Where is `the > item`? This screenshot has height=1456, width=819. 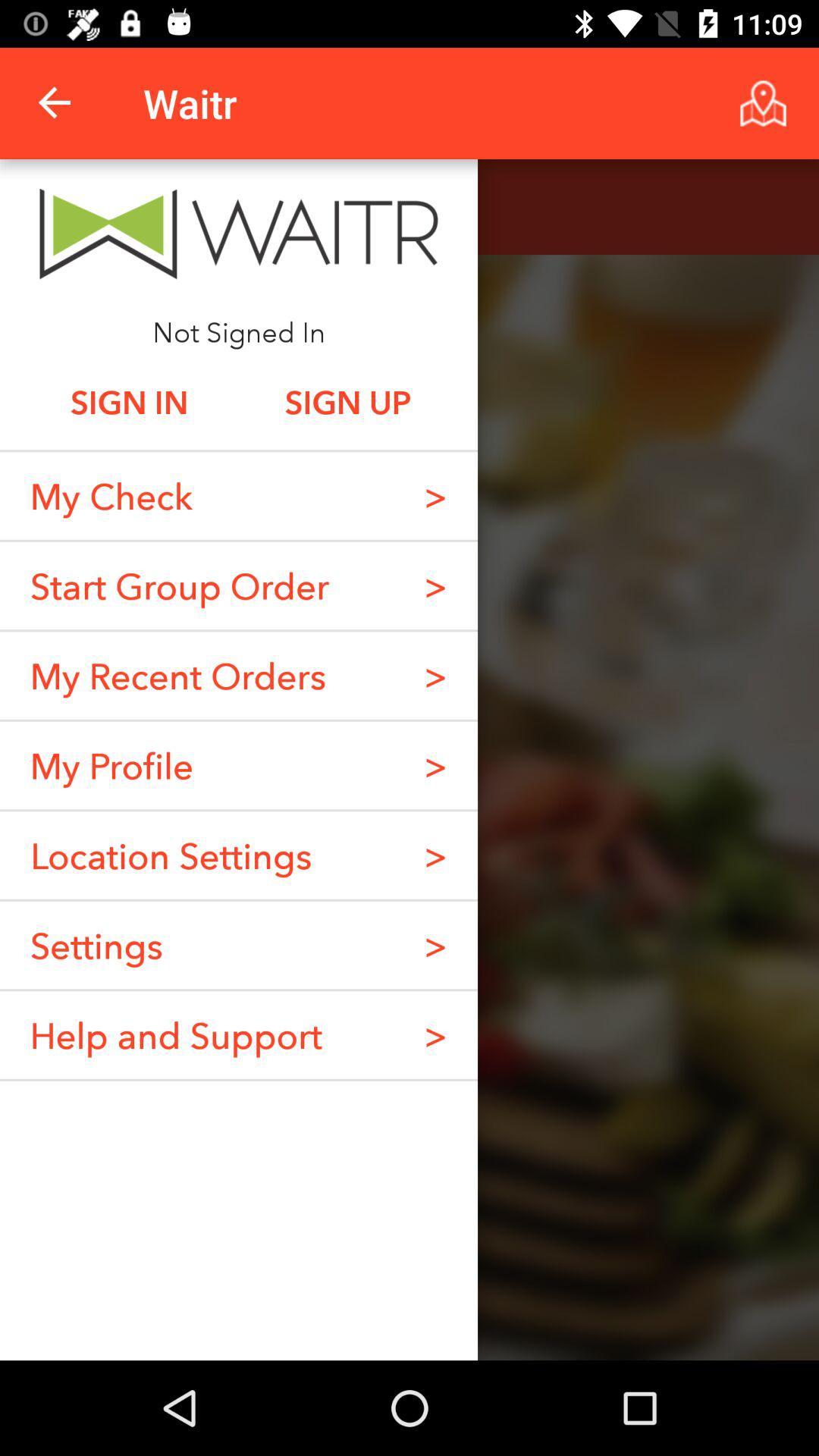 the > item is located at coordinates (435, 1034).